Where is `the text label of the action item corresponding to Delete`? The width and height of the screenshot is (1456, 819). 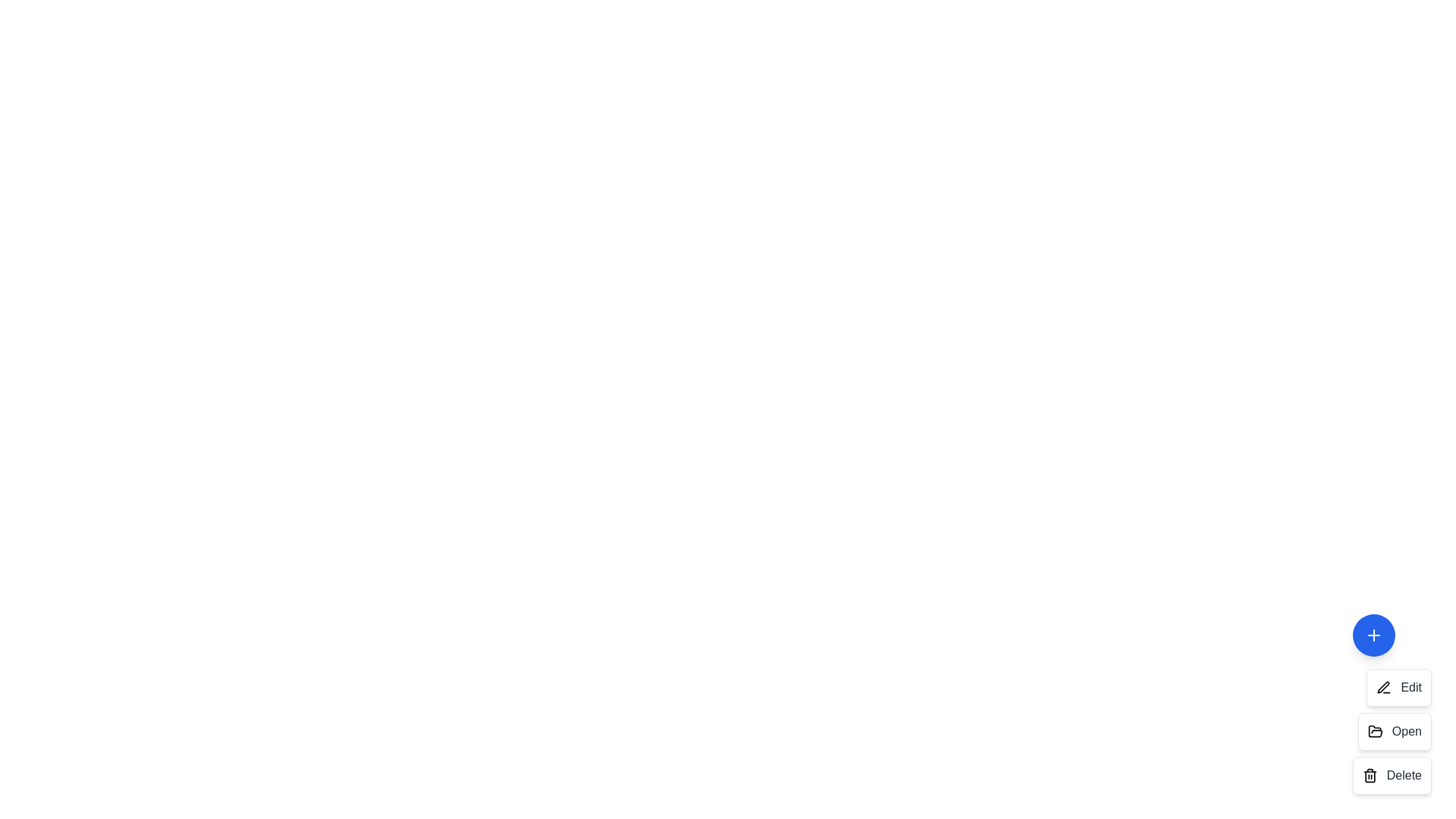 the text label of the action item corresponding to Delete is located at coordinates (1403, 775).